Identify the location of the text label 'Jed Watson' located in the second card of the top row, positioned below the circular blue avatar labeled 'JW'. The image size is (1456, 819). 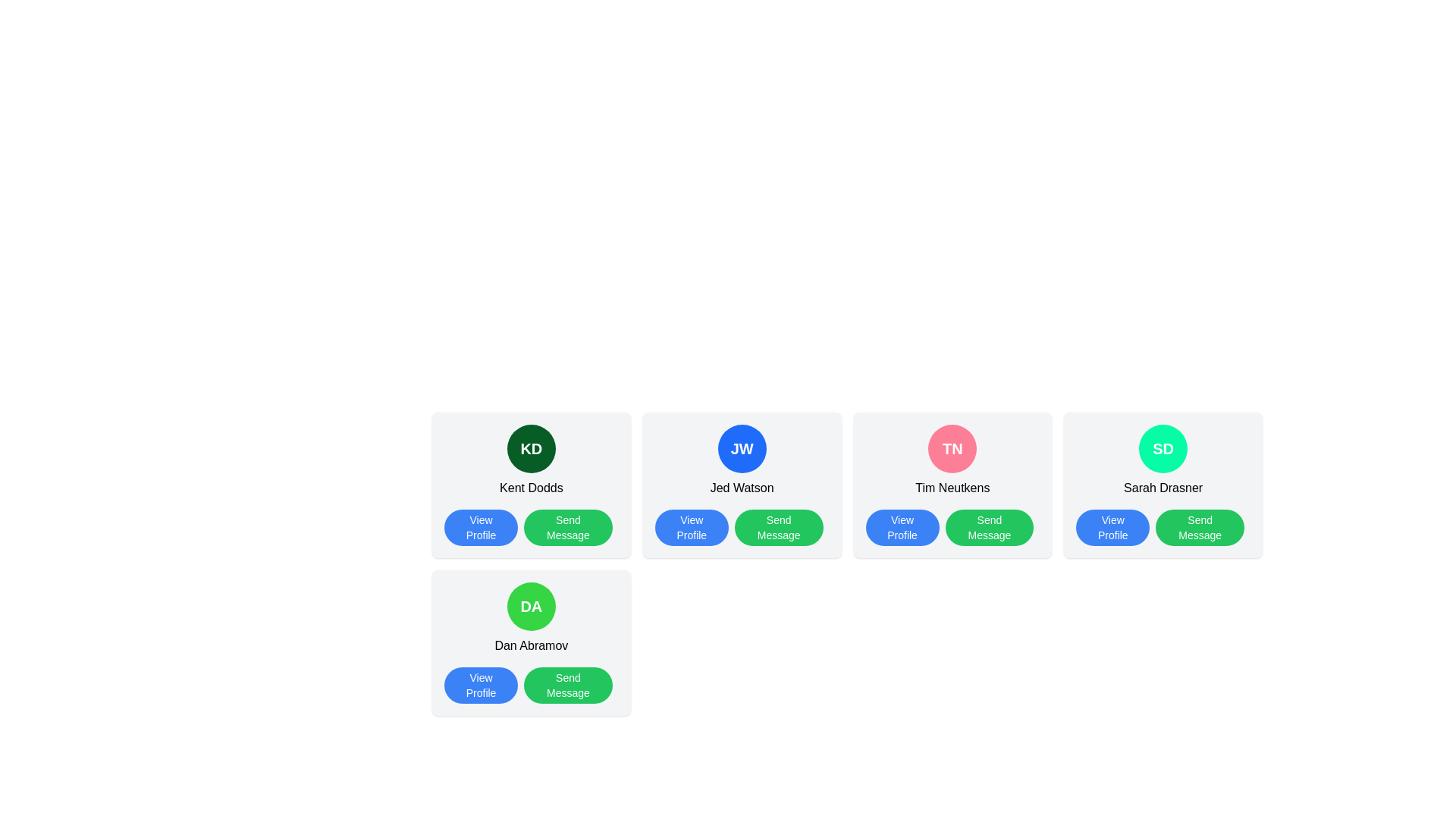
(742, 488).